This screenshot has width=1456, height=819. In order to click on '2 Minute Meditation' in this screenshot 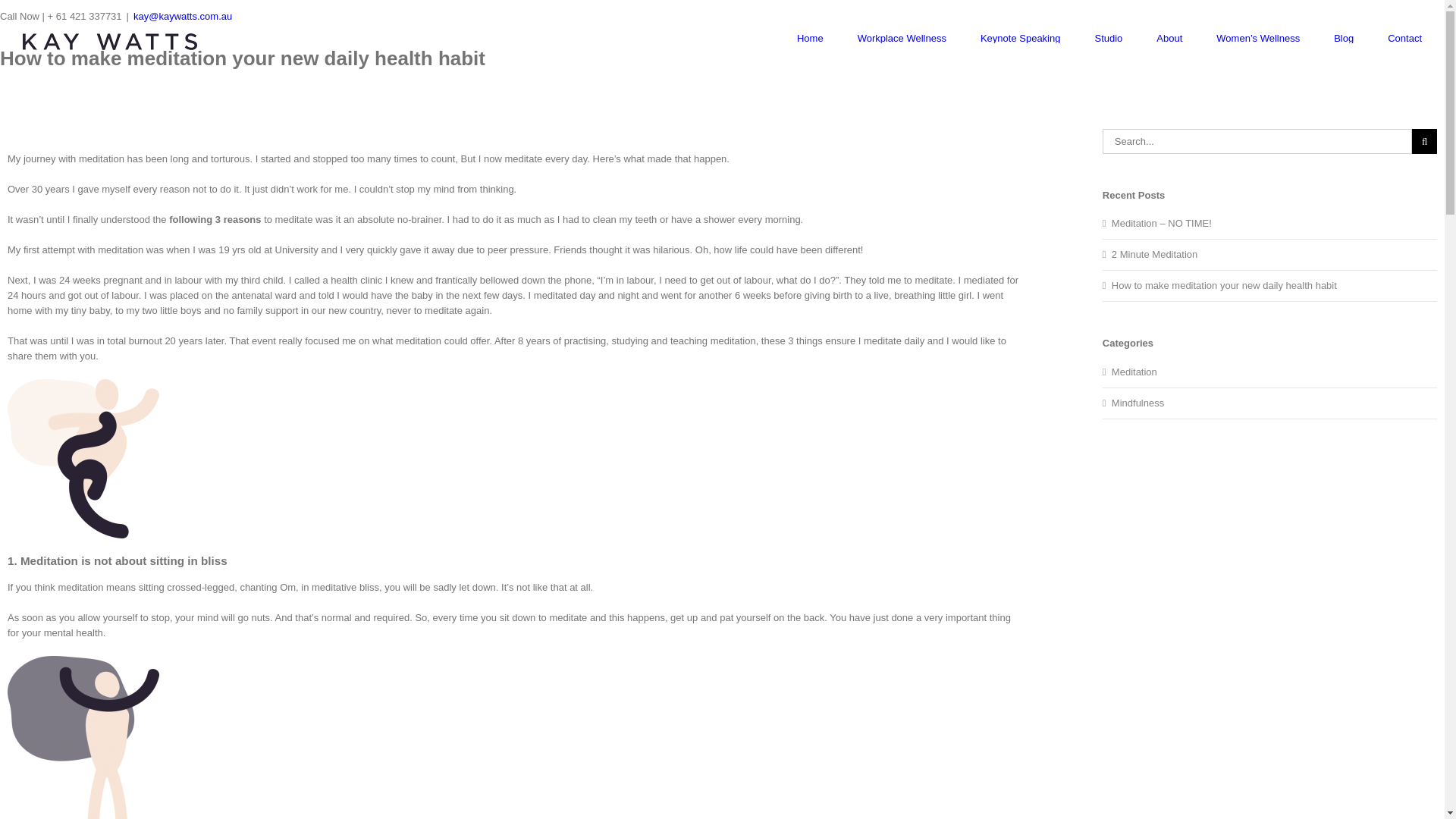, I will do `click(1153, 253)`.